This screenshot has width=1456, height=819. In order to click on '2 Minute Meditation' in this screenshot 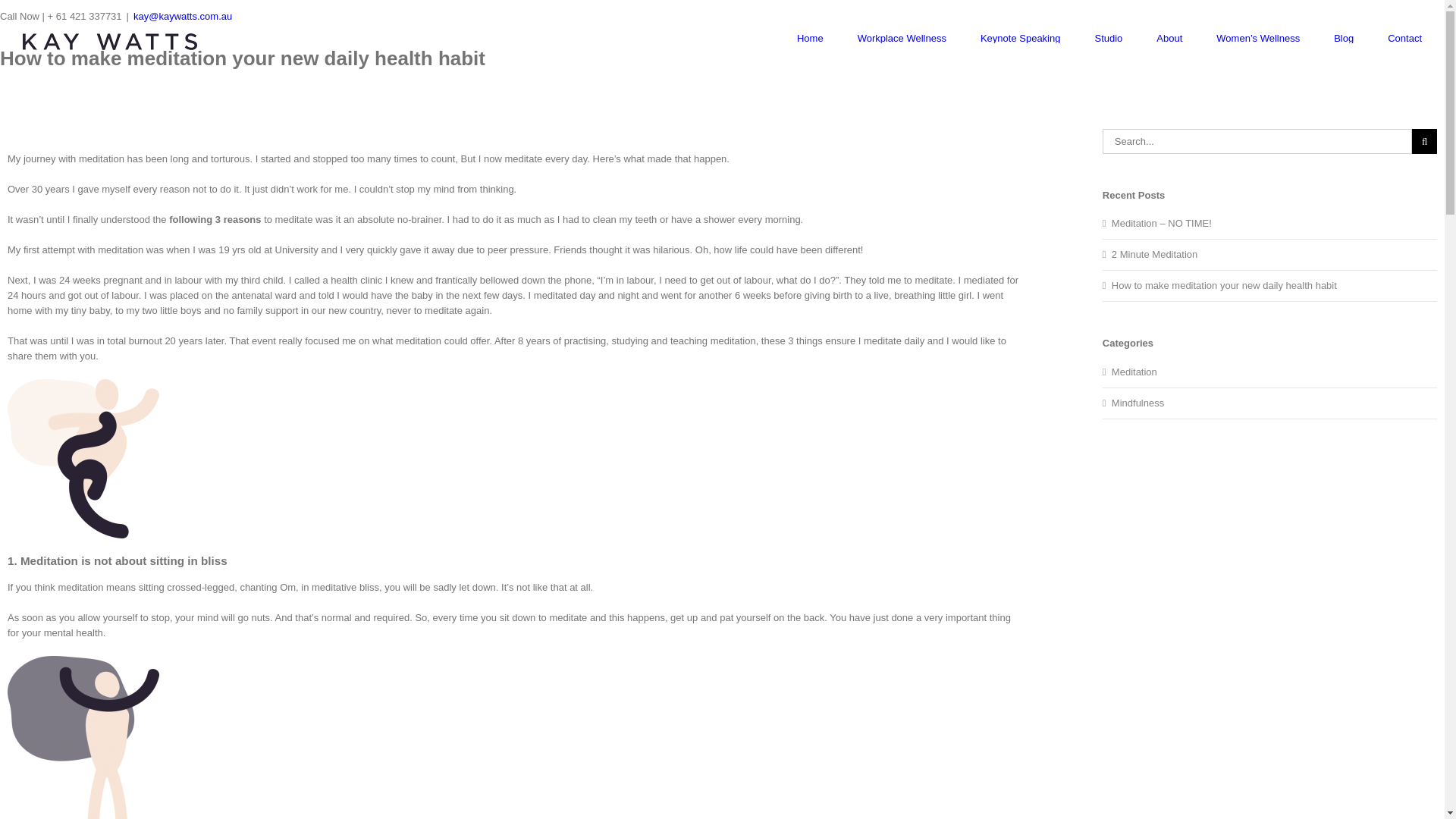, I will do `click(1153, 253)`.